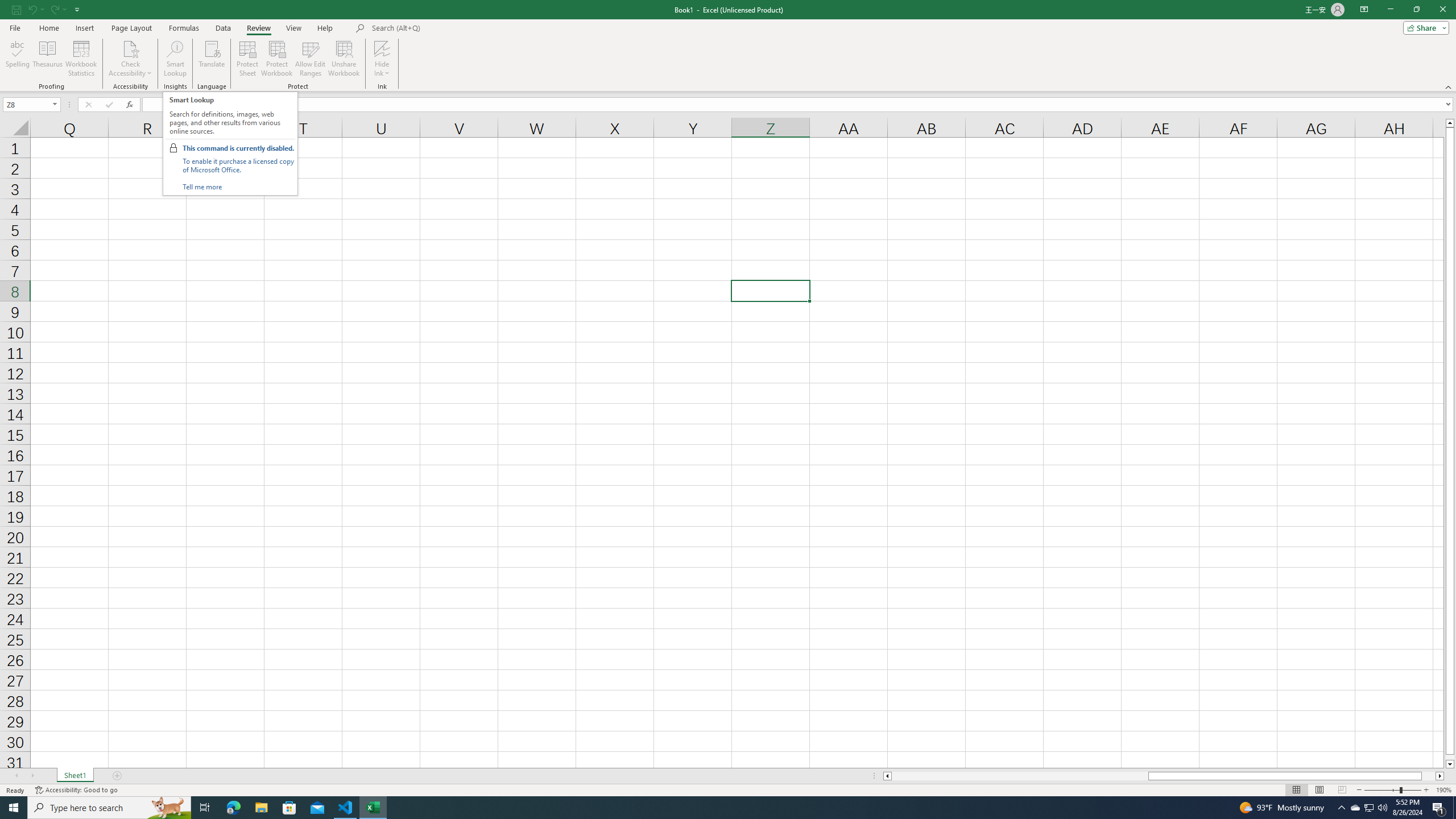 Image resolution: width=1456 pixels, height=819 pixels. I want to click on 'Check Accessibility', so click(130, 48).